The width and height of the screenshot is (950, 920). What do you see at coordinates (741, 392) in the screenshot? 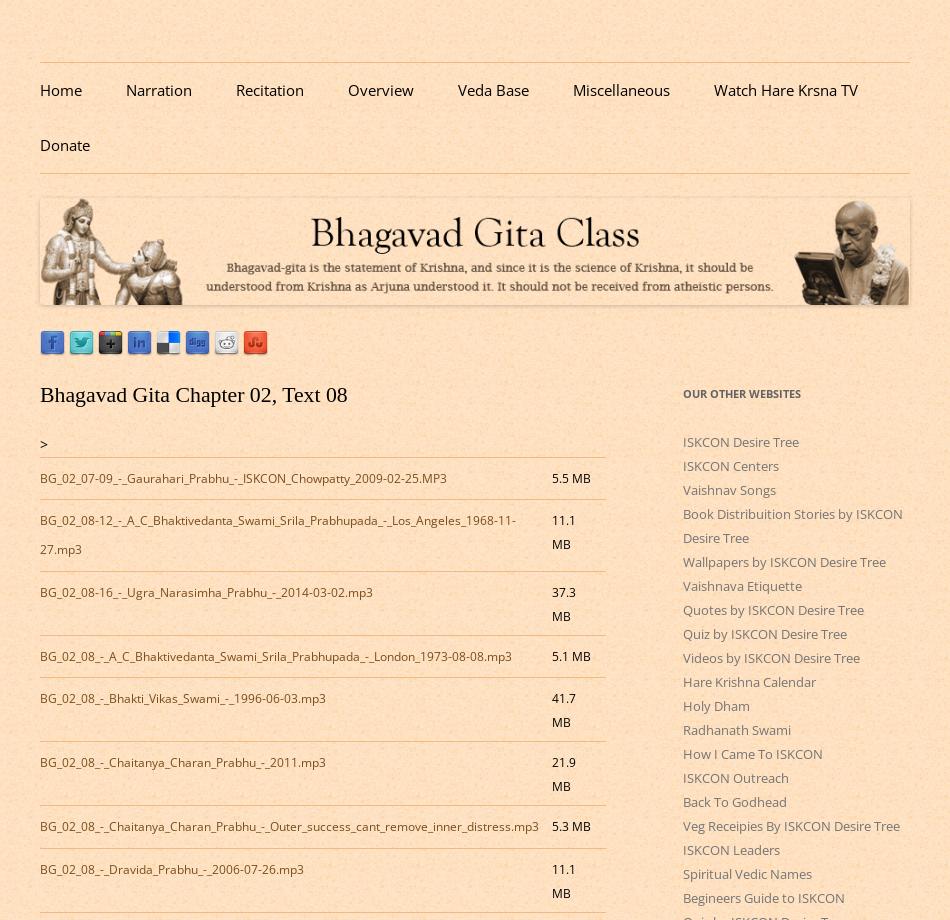
I see `'Our Other Websites'` at bounding box center [741, 392].